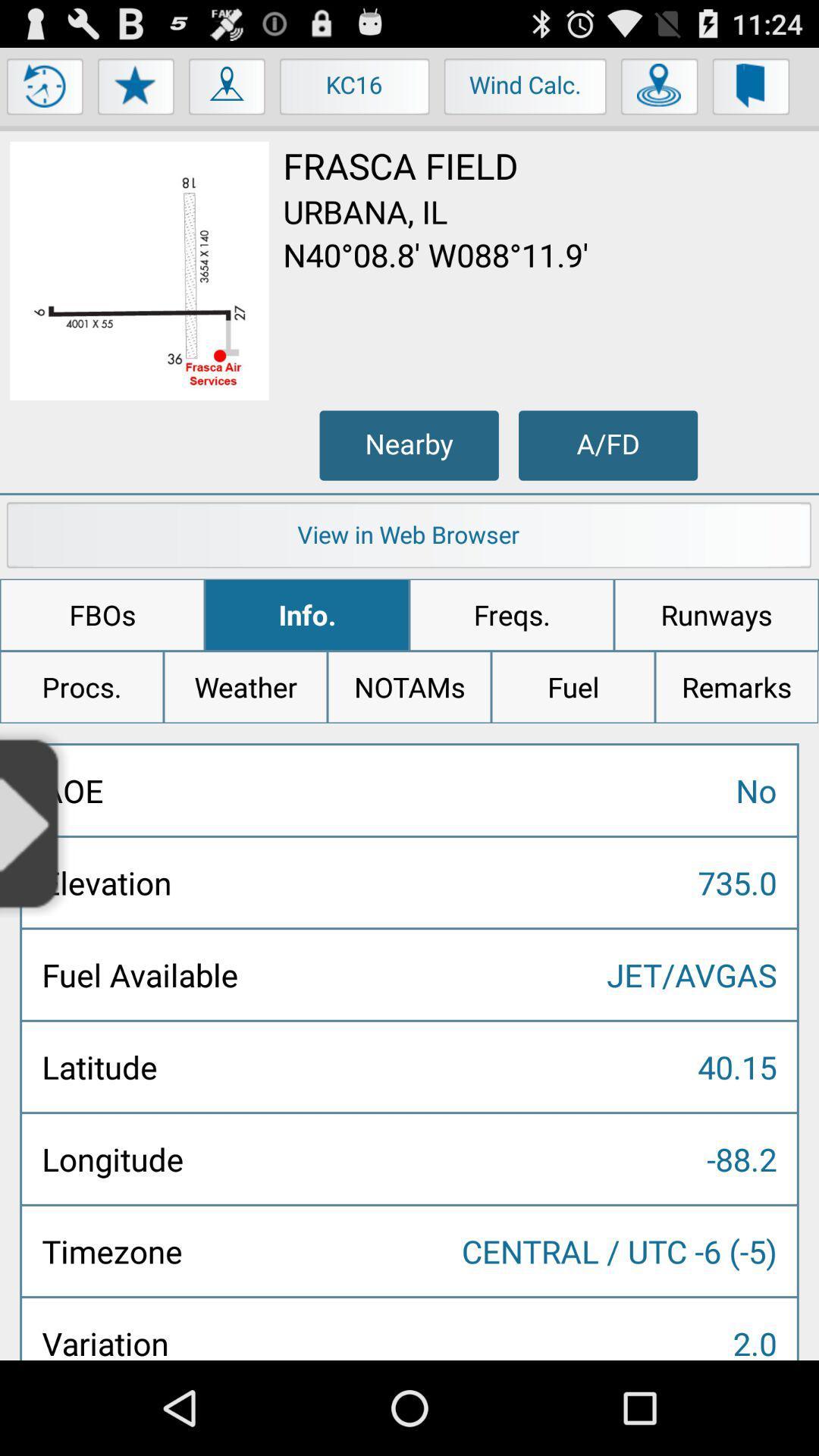 This screenshot has height=1456, width=819. I want to click on the icon next to freqs. app, so click(307, 615).